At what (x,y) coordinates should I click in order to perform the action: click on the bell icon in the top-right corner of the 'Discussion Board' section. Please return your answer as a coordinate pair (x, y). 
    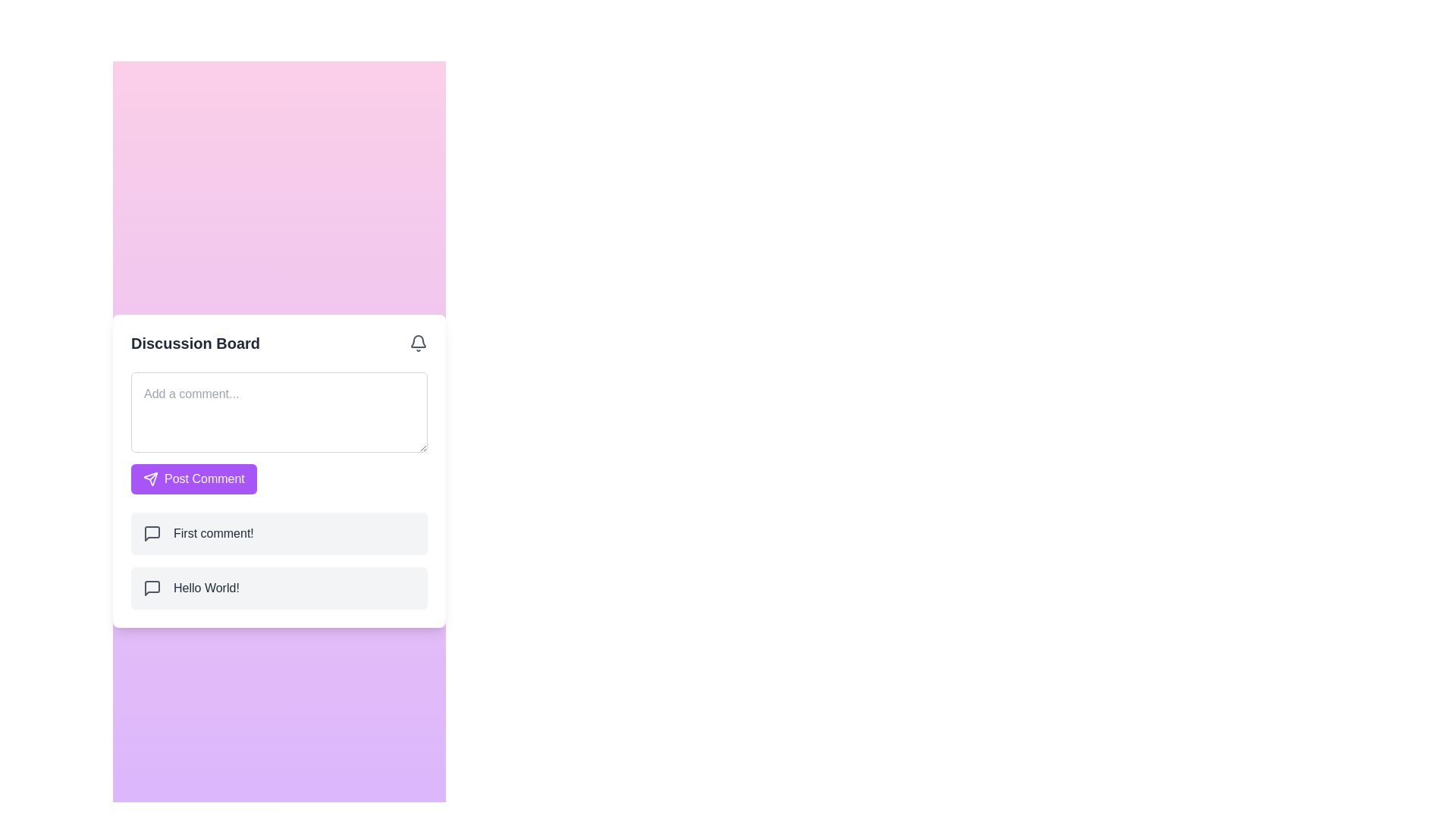
    Looking at the image, I should click on (419, 342).